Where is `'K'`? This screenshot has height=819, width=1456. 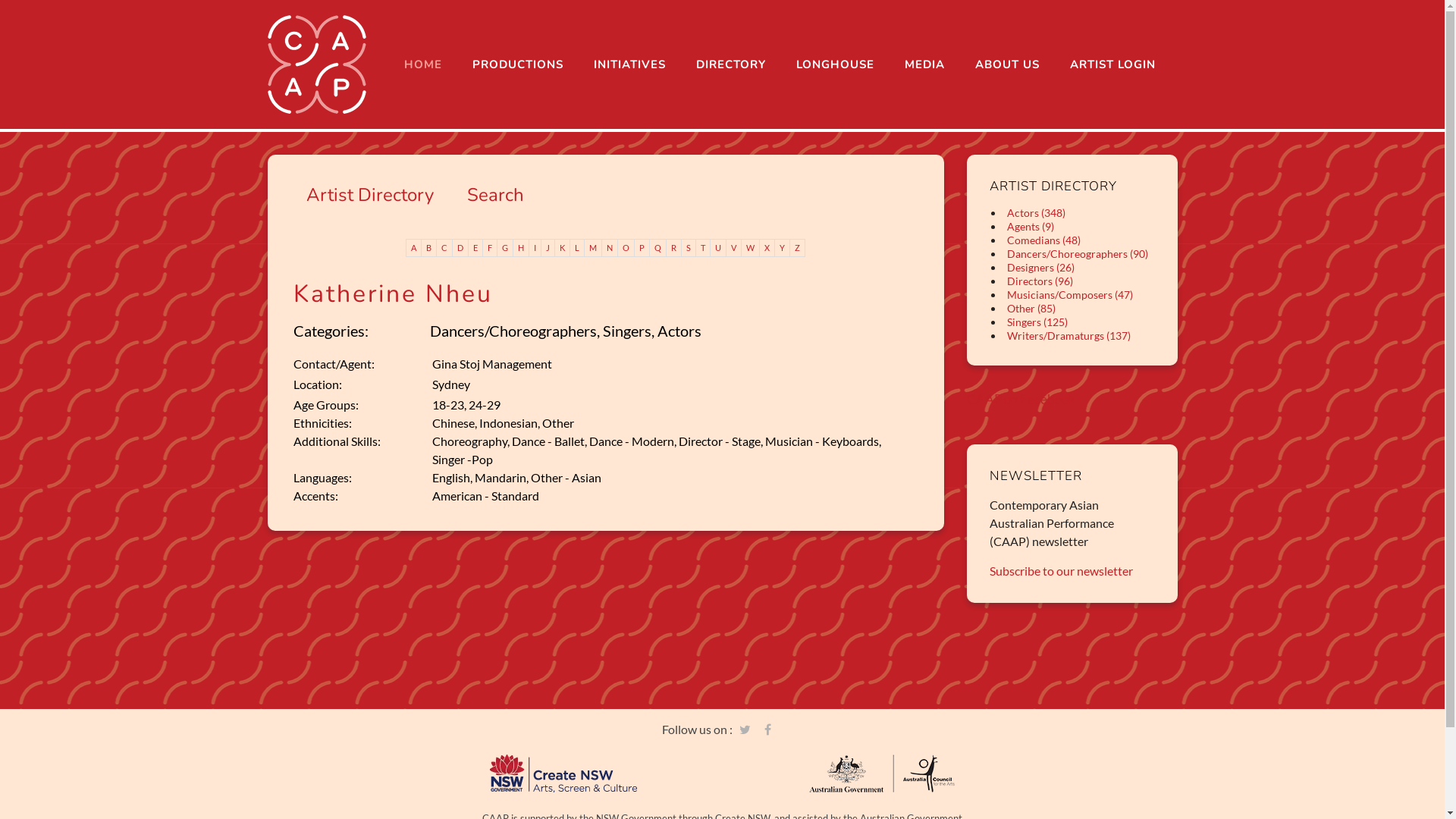 'K' is located at coordinates (562, 247).